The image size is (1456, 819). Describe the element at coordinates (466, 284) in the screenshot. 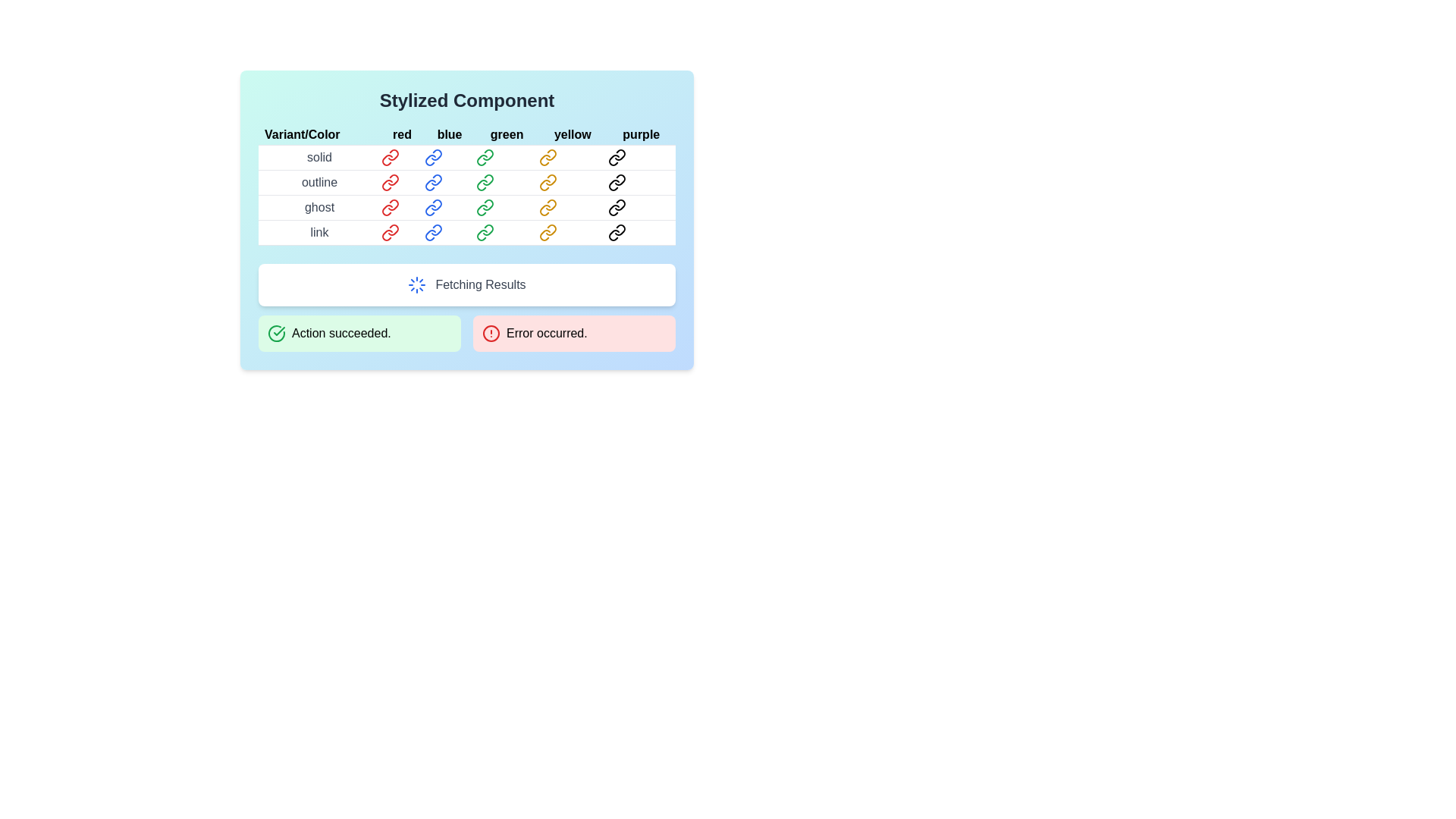

I see `the loading status of the Status Indicator, which features a blue circular loading spinner and the text 'Fetching Results' on a white background` at that location.